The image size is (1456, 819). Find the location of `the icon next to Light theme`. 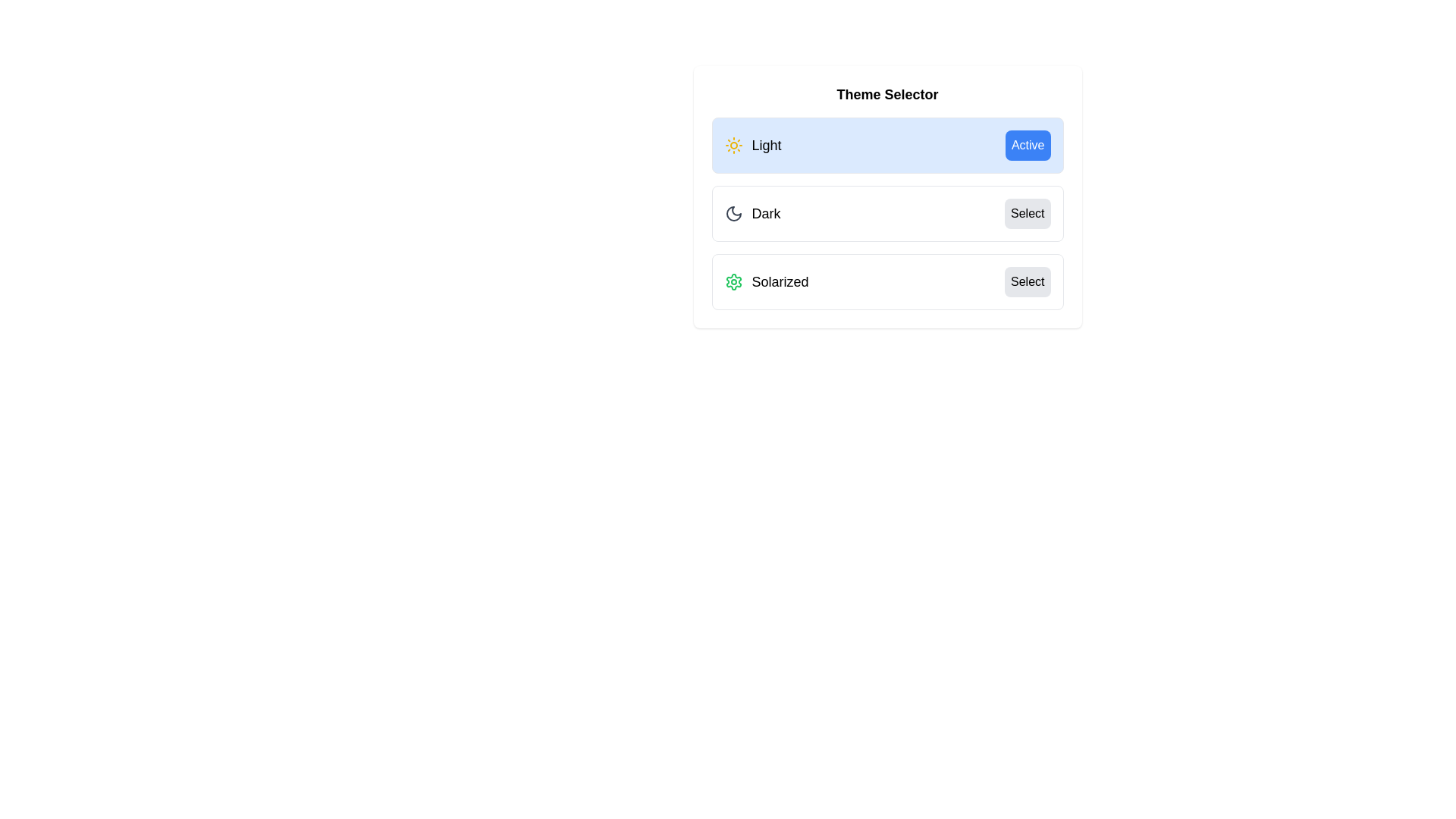

the icon next to Light theme is located at coordinates (733, 146).